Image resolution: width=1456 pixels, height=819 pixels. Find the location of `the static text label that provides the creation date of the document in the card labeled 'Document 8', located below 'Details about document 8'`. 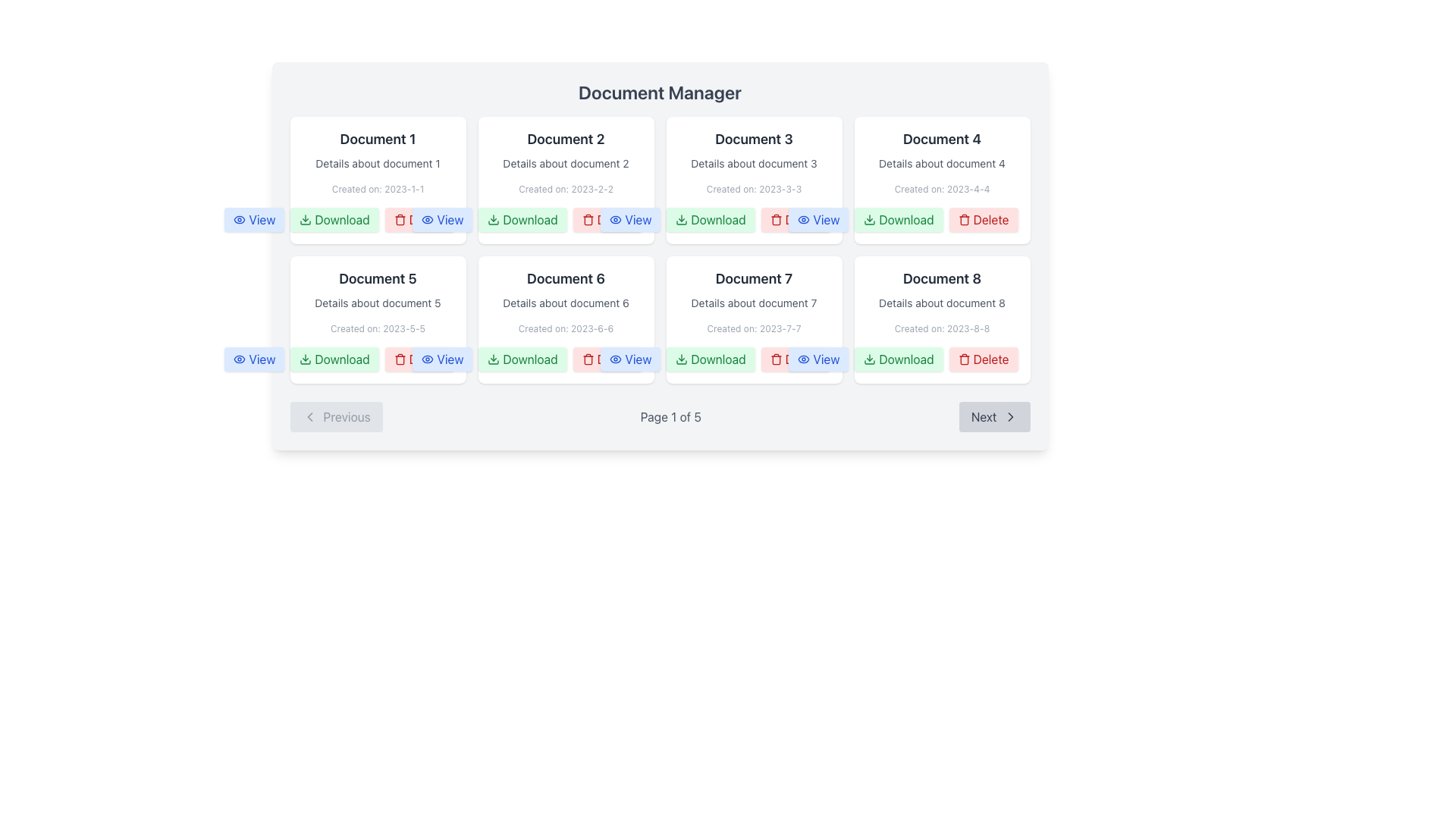

the static text label that provides the creation date of the document in the card labeled 'Document 8', located below 'Details about document 8' is located at coordinates (941, 328).